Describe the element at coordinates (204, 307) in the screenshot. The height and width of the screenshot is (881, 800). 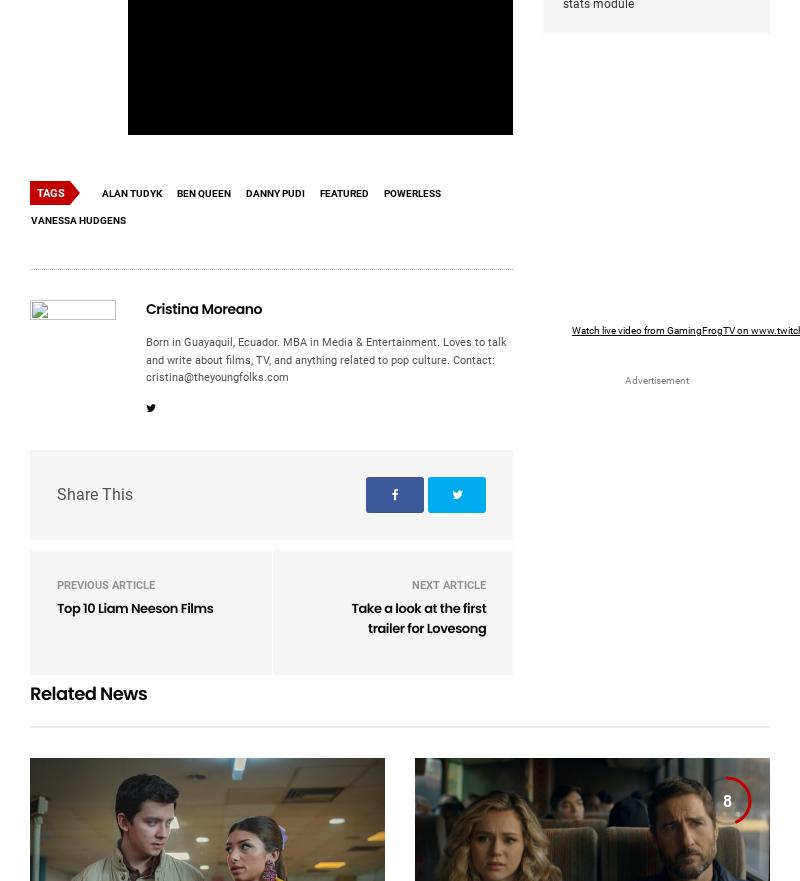
I see `'Cristina Moreano'` at that location.